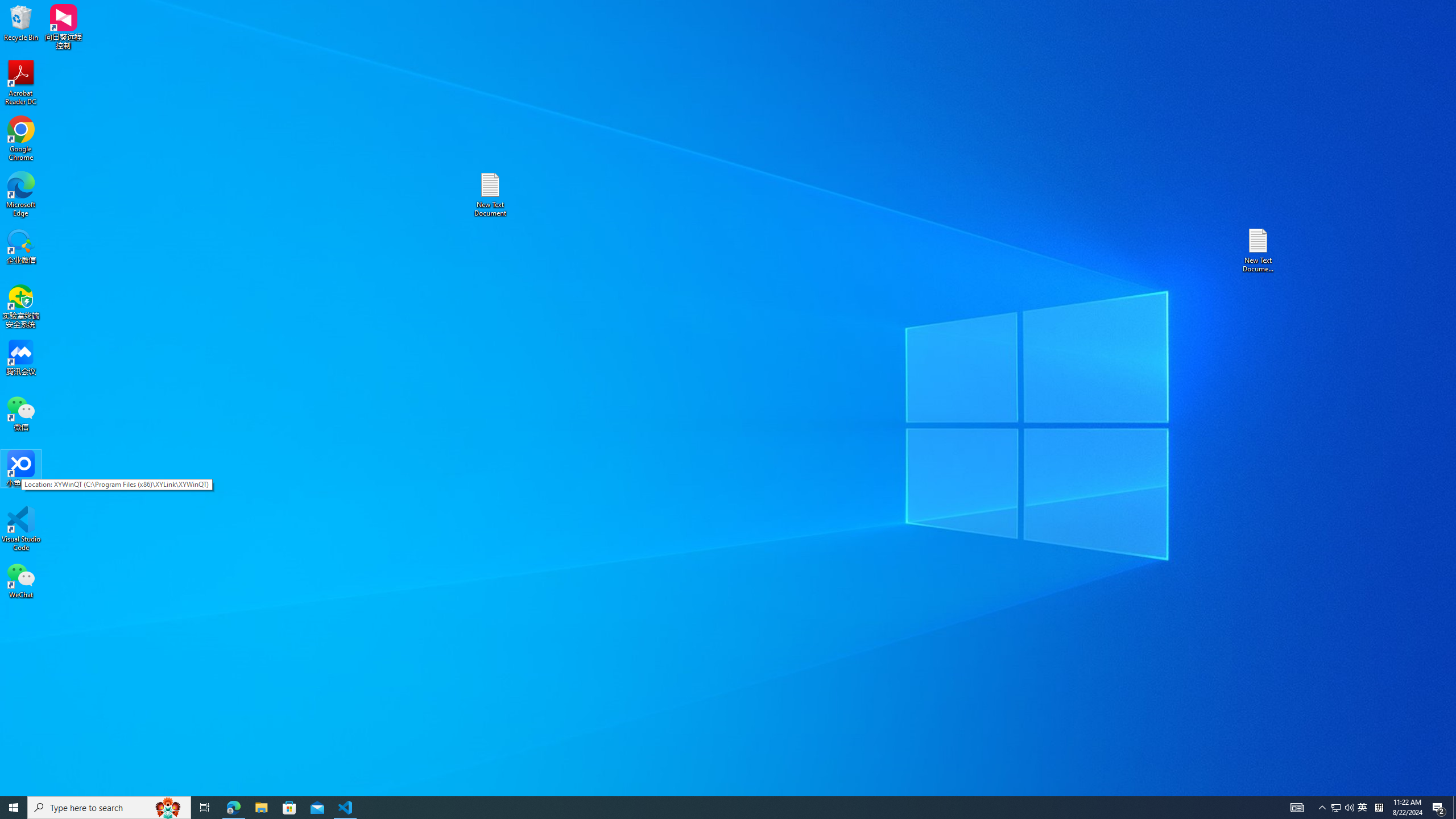 This screenshot has width=1456, height=819. I want to click on 'Acrobat Reader DC', so click(20, 82).